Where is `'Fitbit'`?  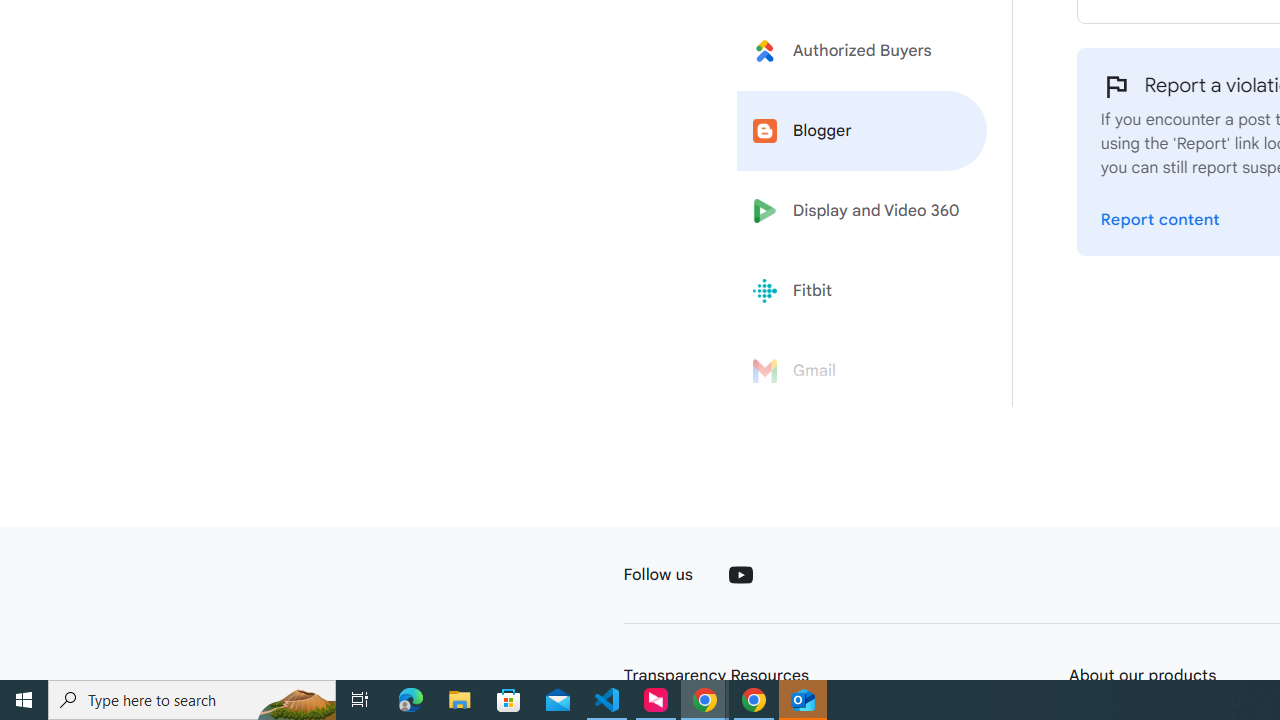 'Fitbit' is located at coordinates (862, 291).